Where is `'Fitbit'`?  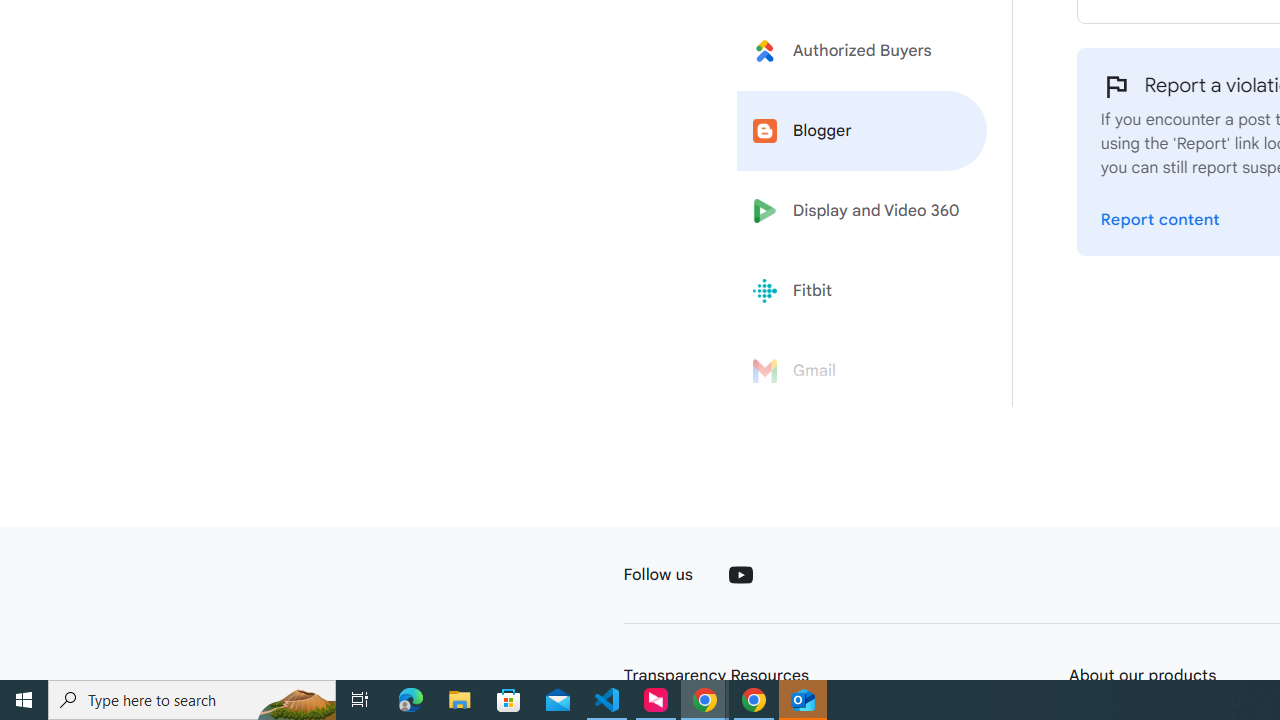 'Fitbit' is located at coordinates (862, 291).